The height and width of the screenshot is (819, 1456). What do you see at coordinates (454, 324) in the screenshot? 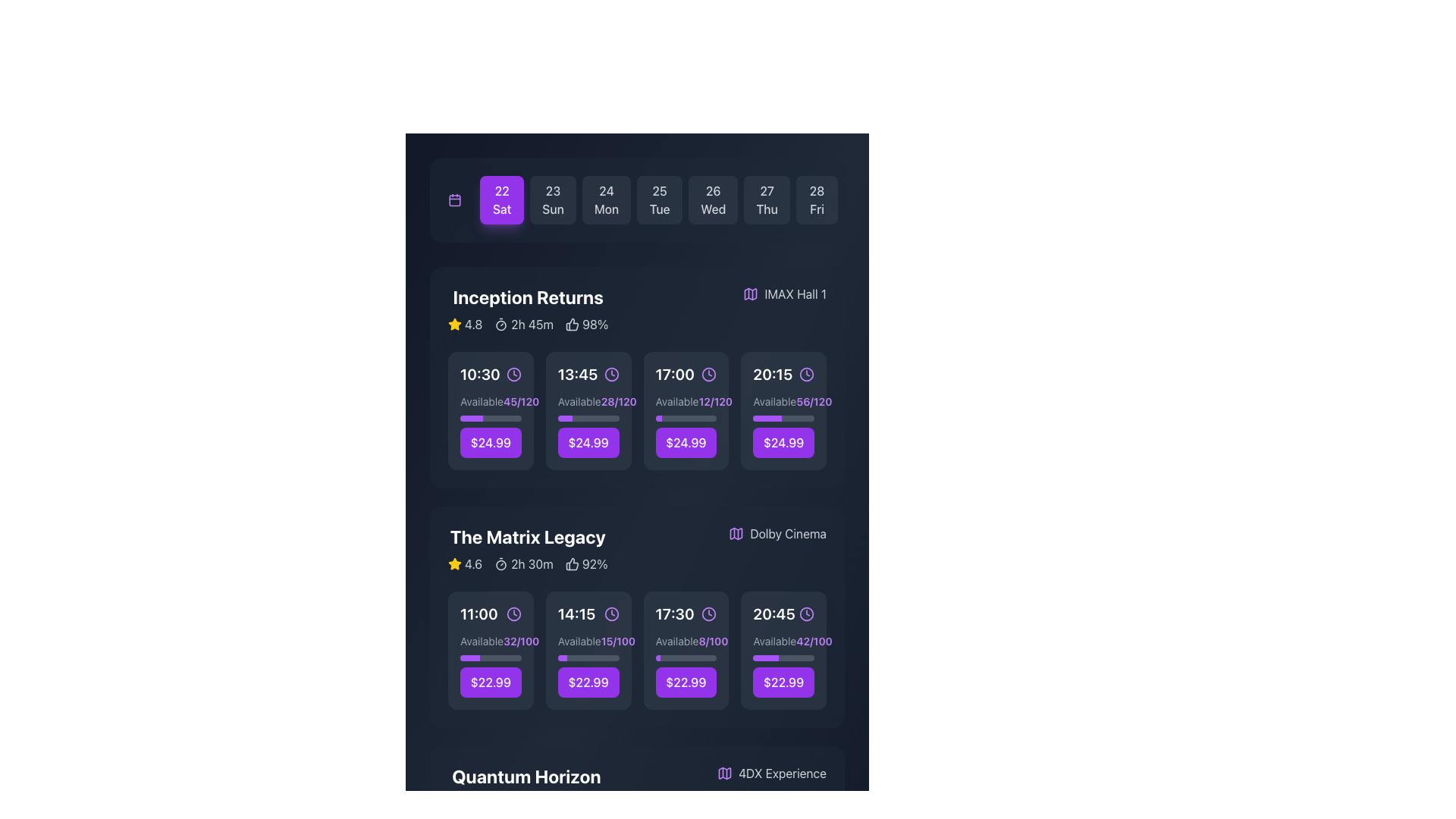
I see `the yellow five-pointed star icon located in the 'Inception Returns' section, next to the numerical rating '4.8'` at bounding box center [454, 324].